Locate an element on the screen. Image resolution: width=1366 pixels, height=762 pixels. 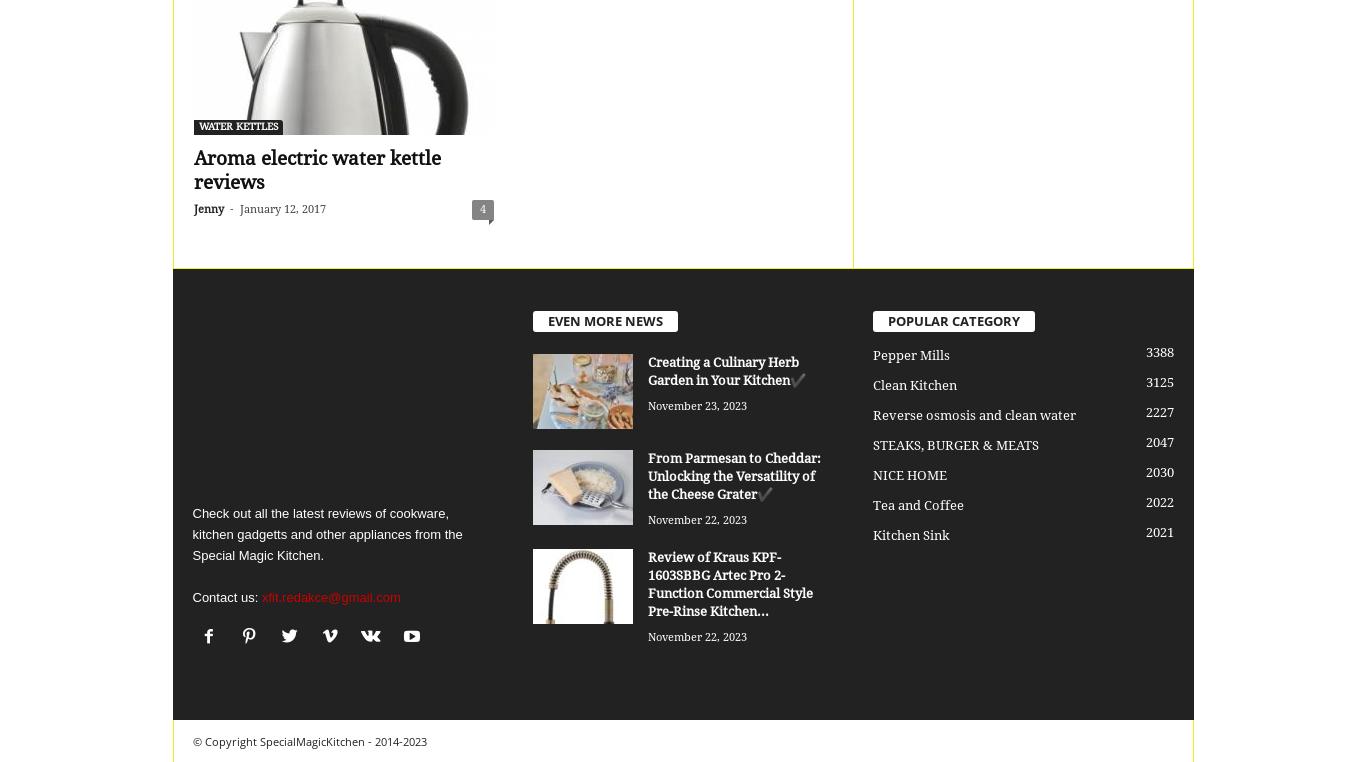
'Check out all the latest reviews of cookware, kitchen gadgetts and other appliances from the Special Magic Kitchen.' is located at coordinates (327, 533).